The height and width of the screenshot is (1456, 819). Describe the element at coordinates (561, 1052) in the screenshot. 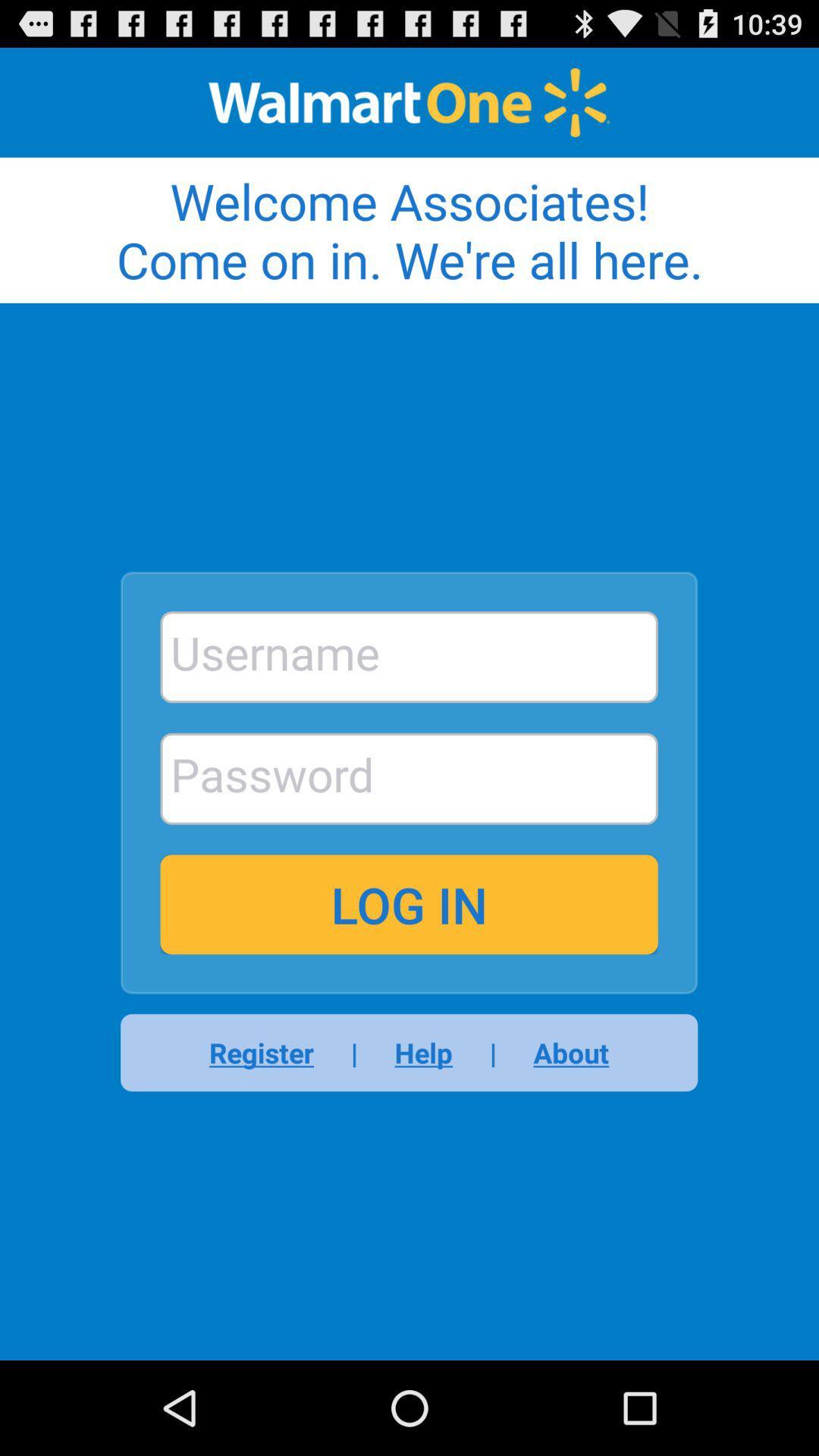

I see `the app at the bottom right corner` at that location.